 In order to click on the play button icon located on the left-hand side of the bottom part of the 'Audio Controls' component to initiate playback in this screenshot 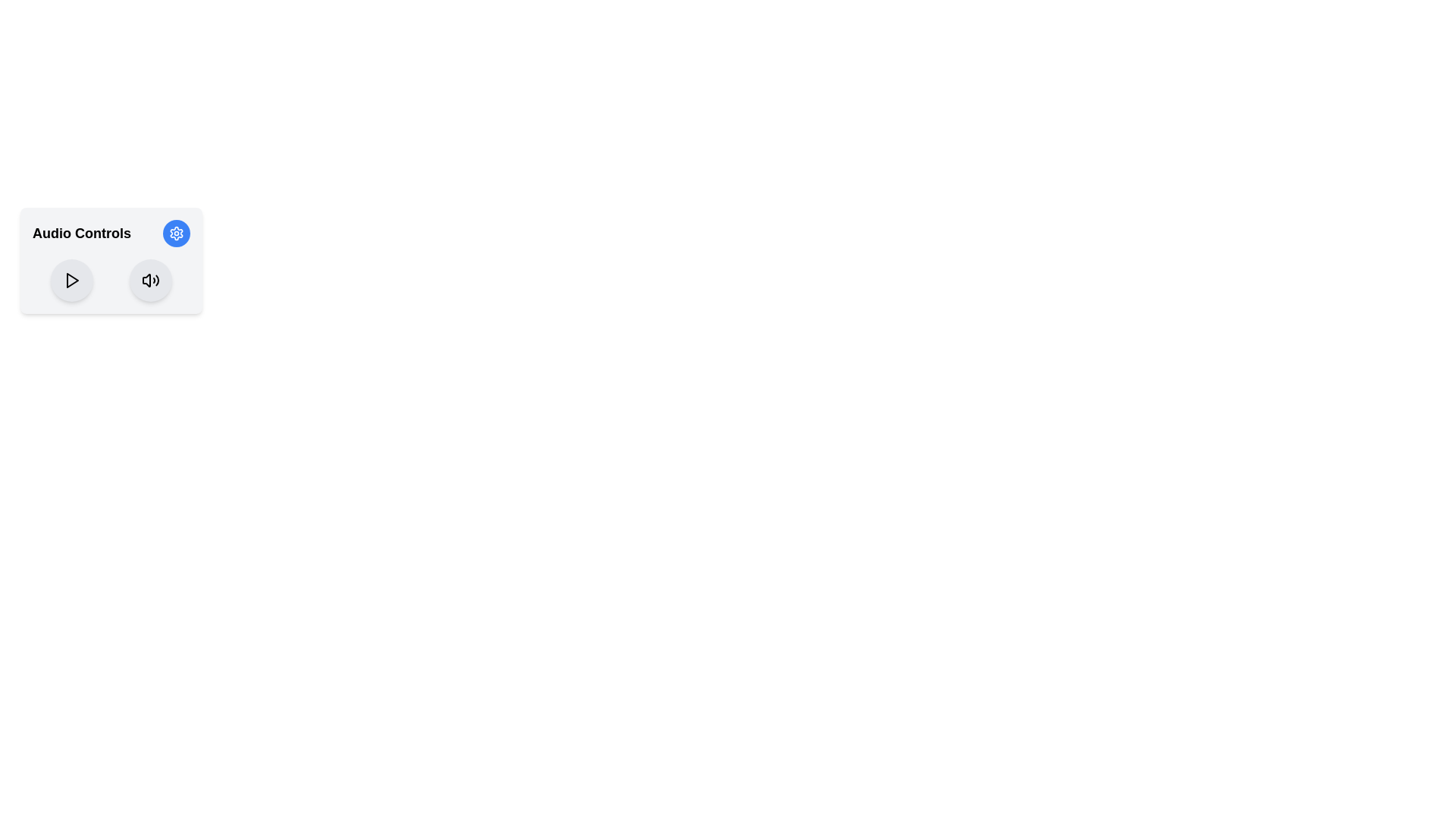, I will do `click(72, 281)`.